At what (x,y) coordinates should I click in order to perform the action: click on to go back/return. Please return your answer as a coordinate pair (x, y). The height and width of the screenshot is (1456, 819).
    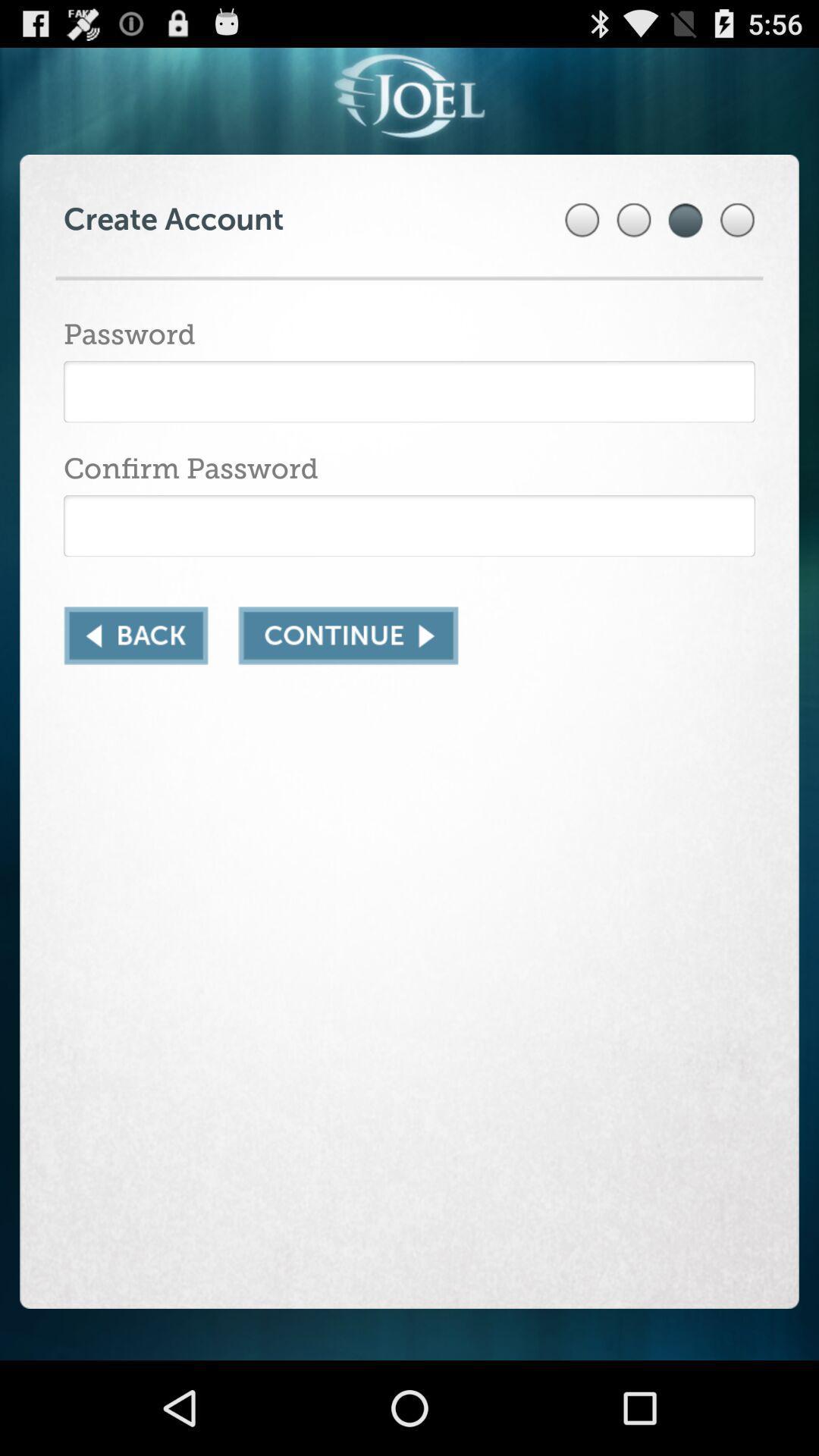
    Looking at the image, I should click on (135, 635).